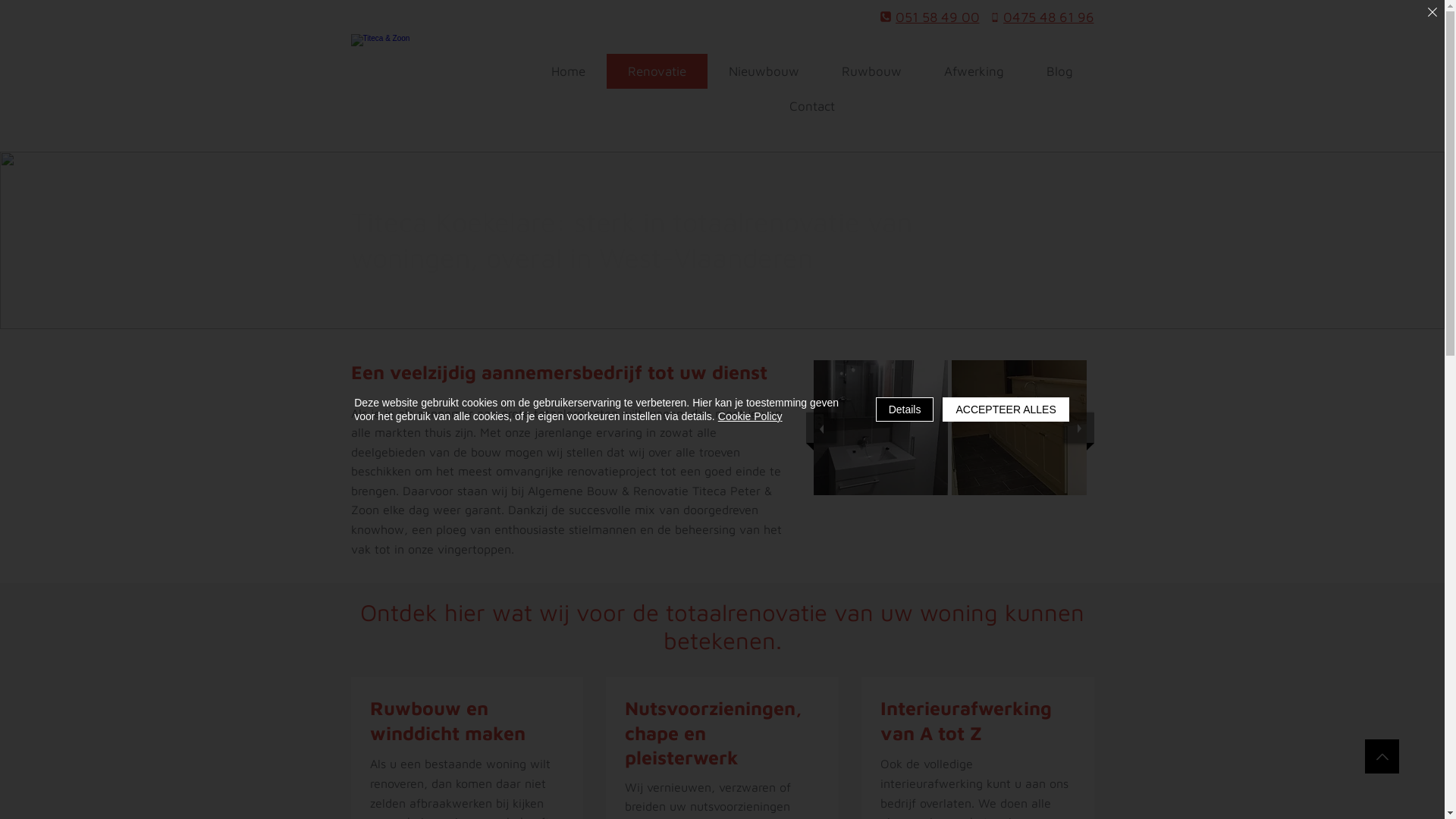 The height and width of the screenshot is (819, 1456). I want to click on 'Contact', so click(811, 105).